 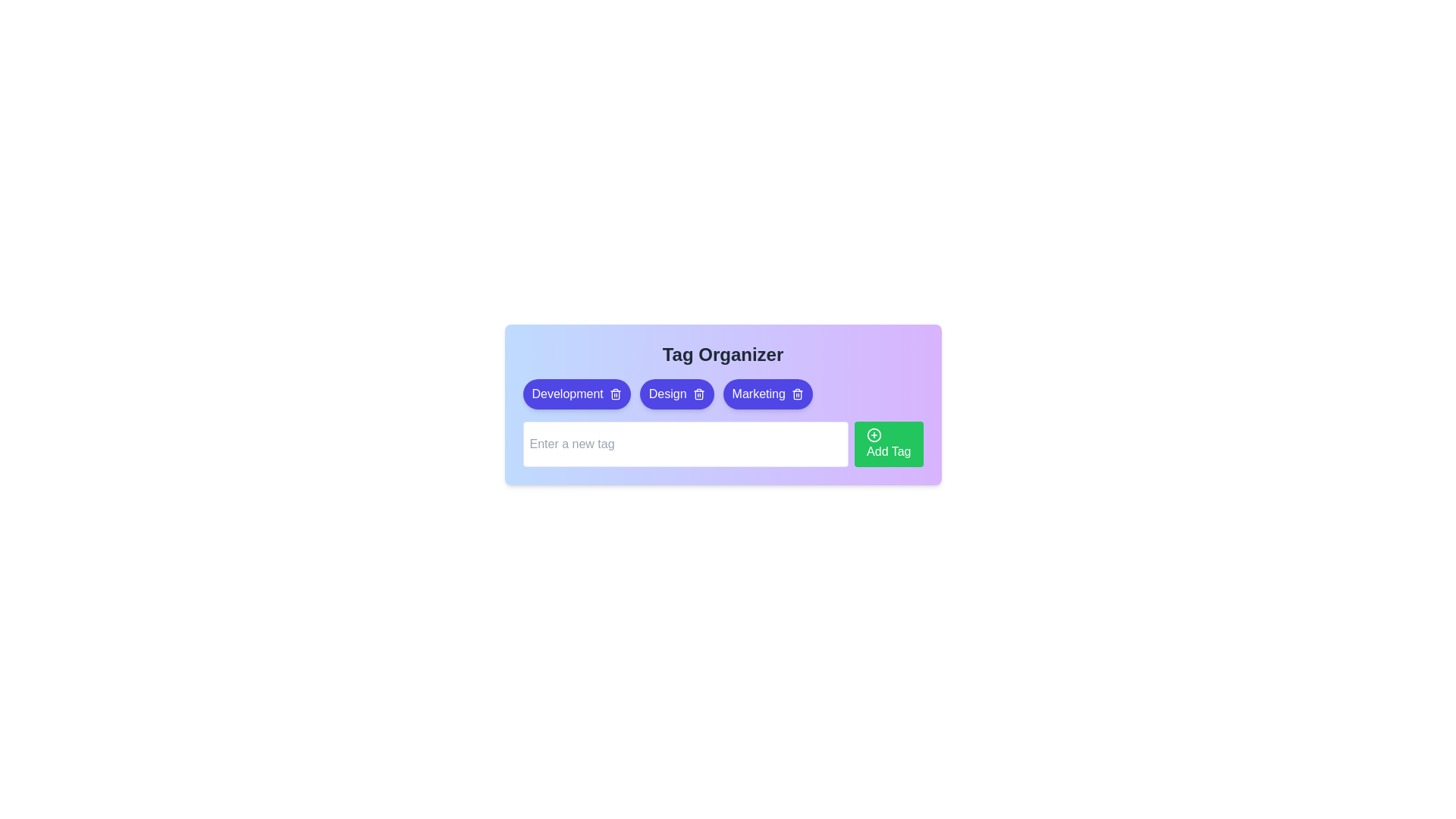 I want to click on the delete icon button located to the right of the 'Marketing' text label, so click(x=796, y=394).